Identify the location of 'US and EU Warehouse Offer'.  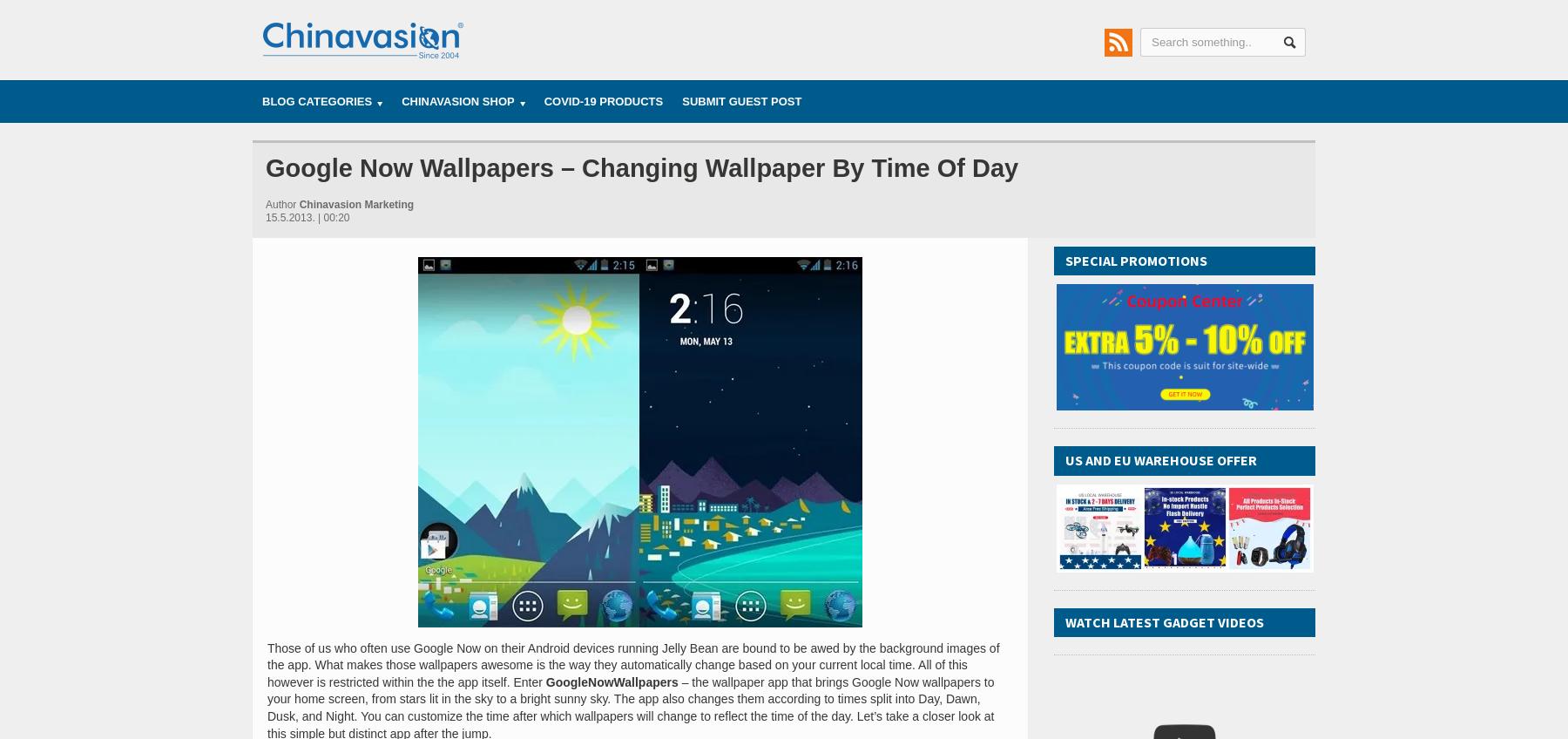
(1161, 459).